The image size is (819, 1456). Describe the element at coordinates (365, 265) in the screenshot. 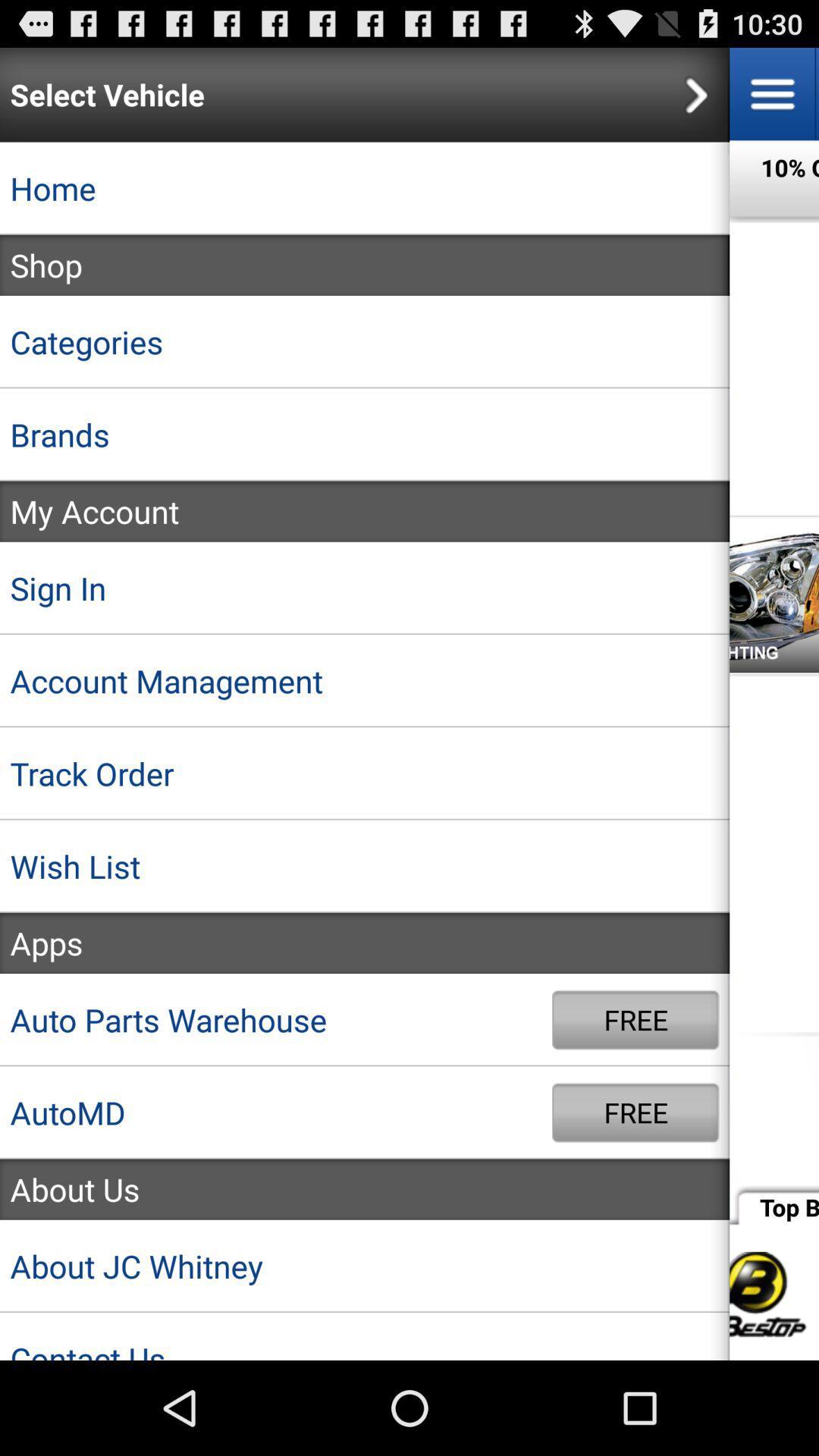

I see `the icon below home item` at that location.